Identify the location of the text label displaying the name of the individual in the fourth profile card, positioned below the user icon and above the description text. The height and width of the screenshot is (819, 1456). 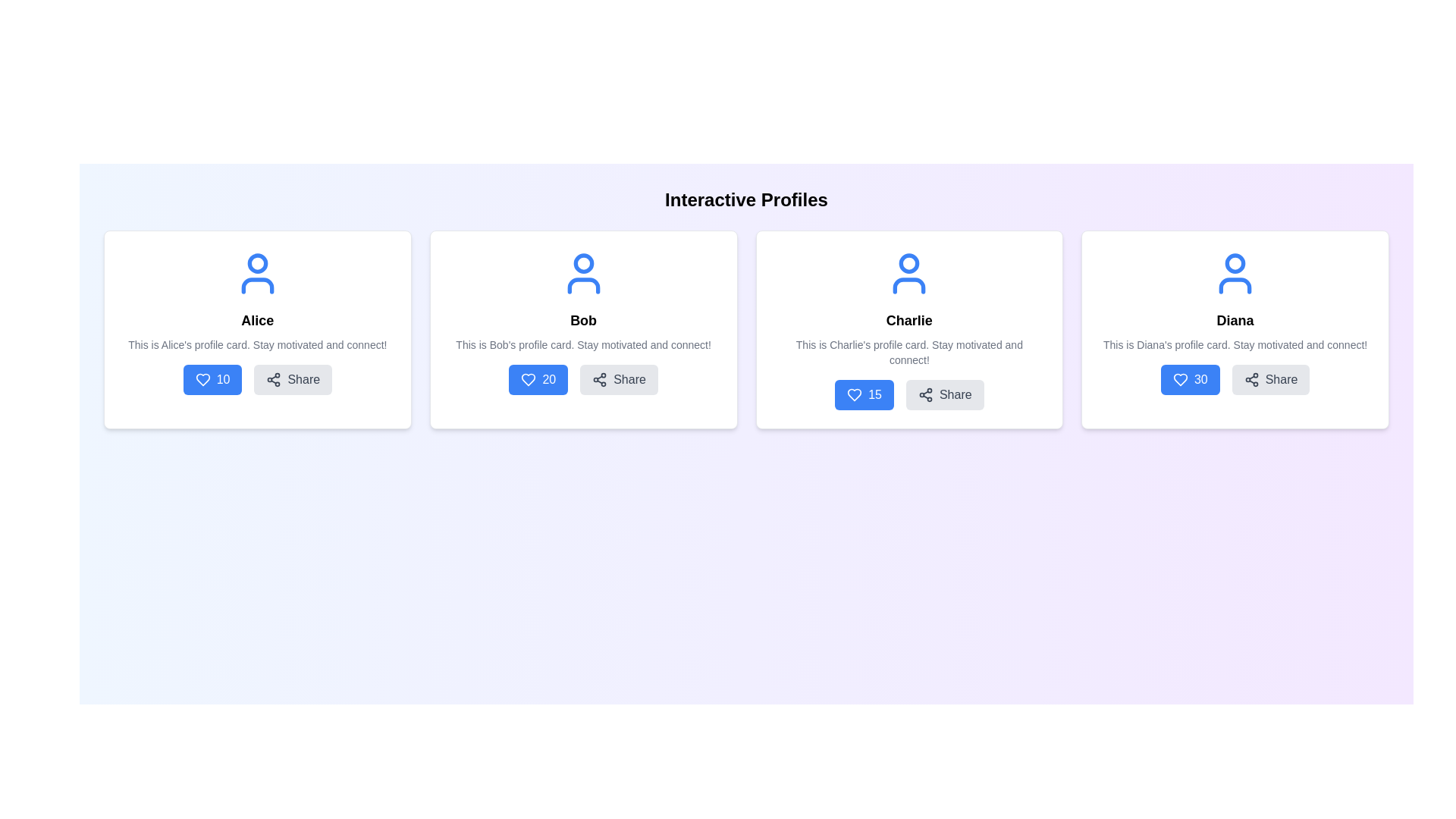
(1235, 320).